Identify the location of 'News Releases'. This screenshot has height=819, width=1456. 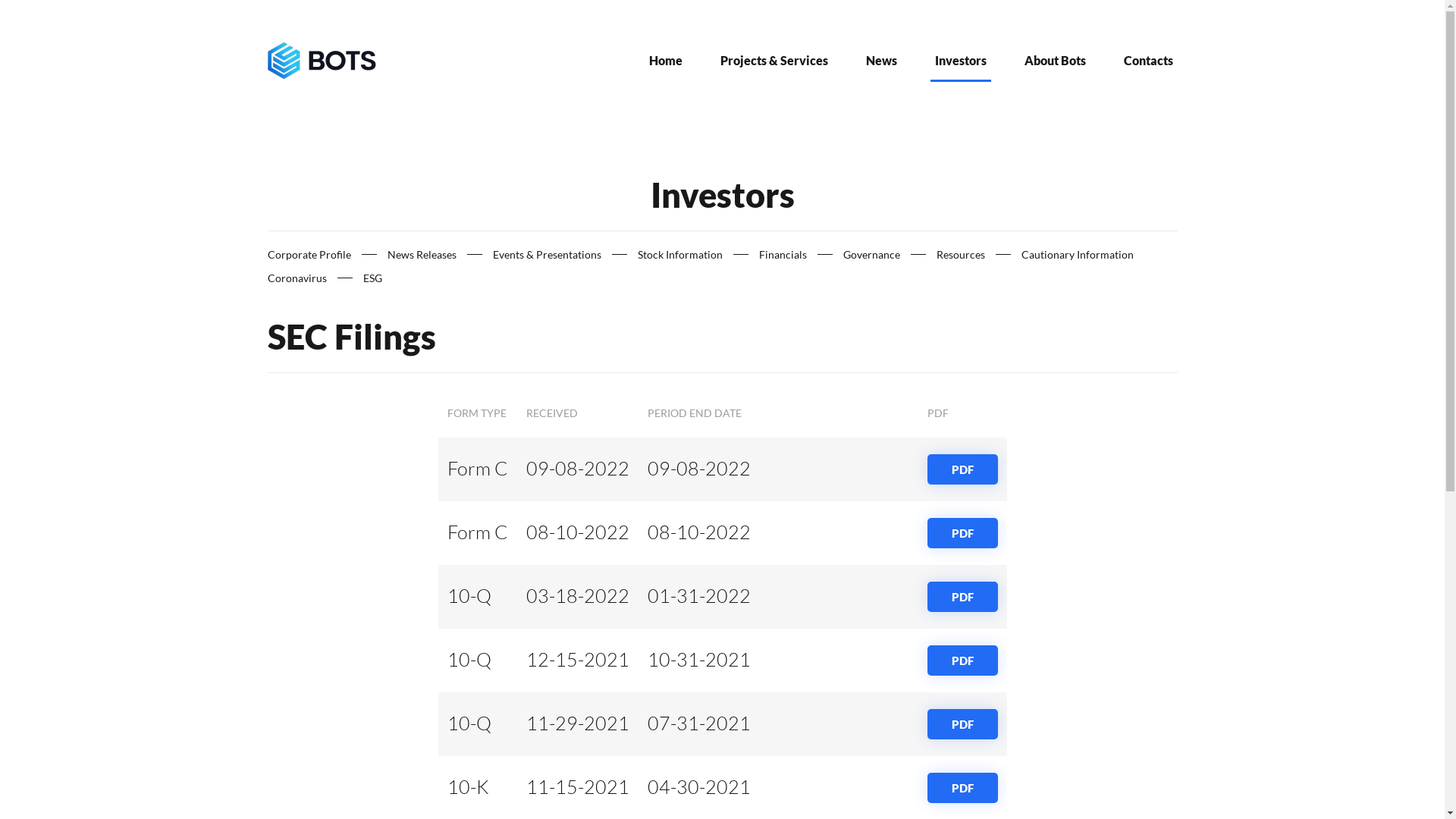
(421, 253).